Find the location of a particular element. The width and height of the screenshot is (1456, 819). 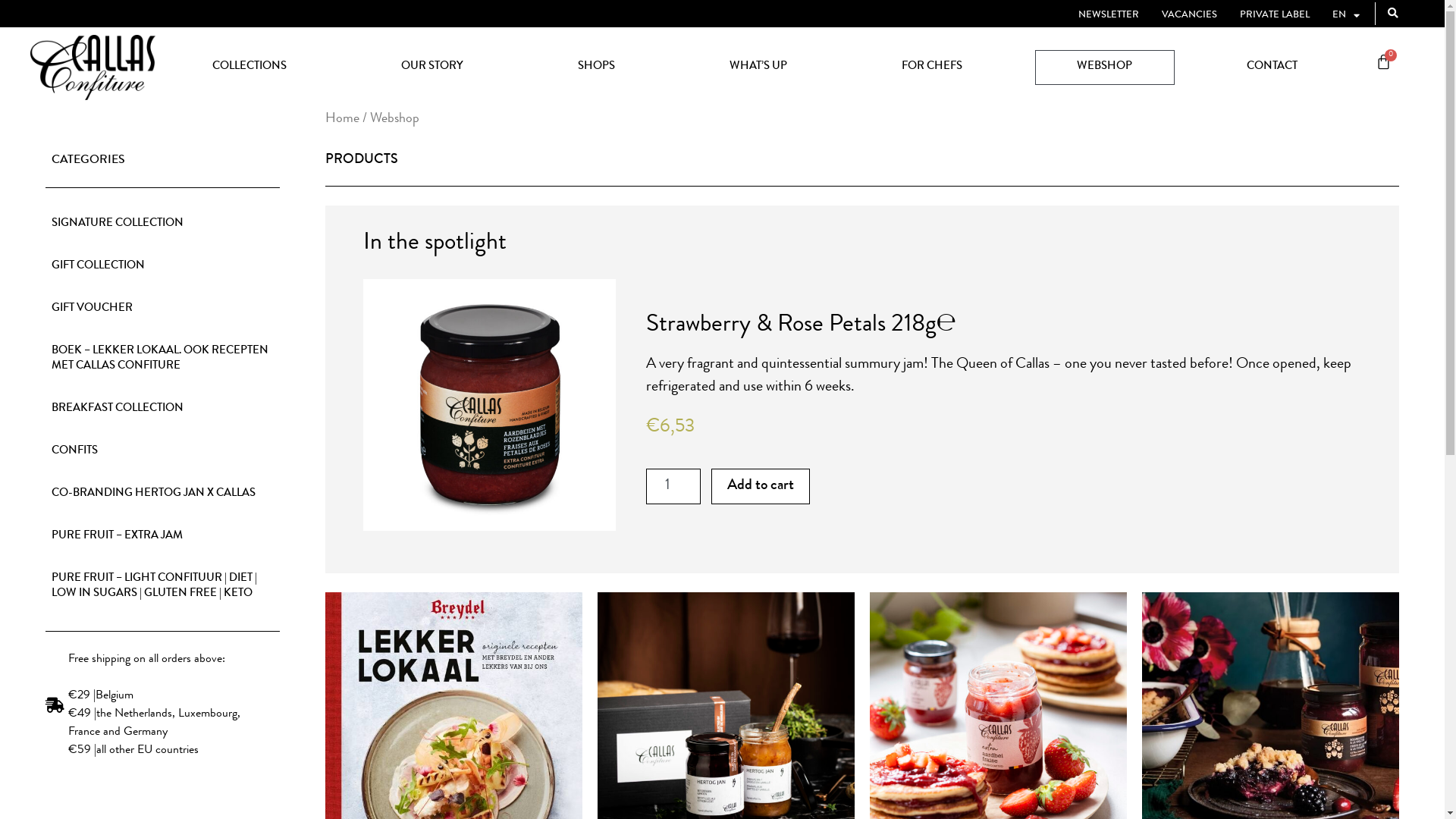

'Home' is located at coordinates (341, 118).